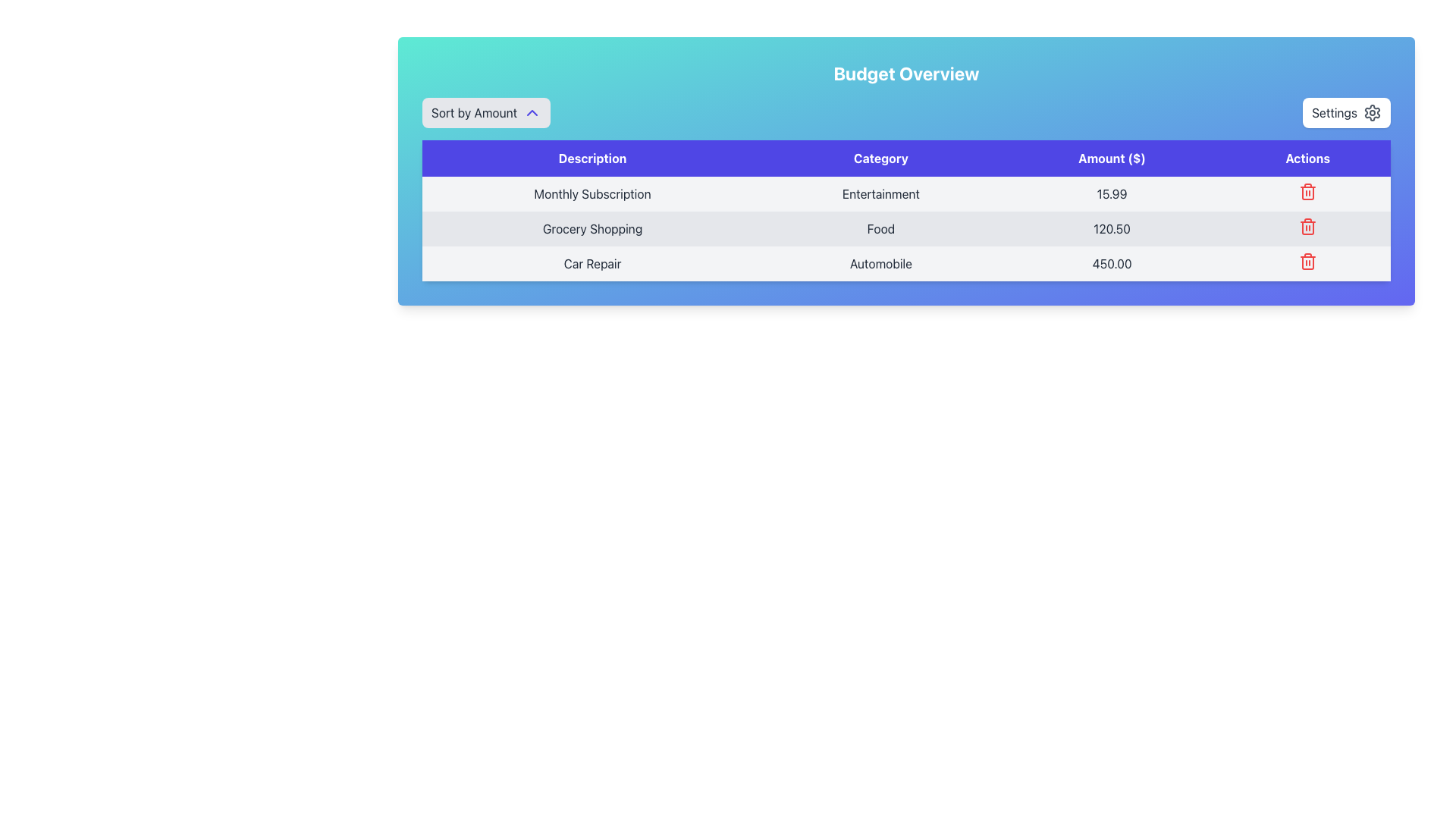 This screenshot has height=819, width=1456. I want to click on the delete button in the 'Actions' column of the table for the 'Grocery Shopping' entry, so click(1307, 227).